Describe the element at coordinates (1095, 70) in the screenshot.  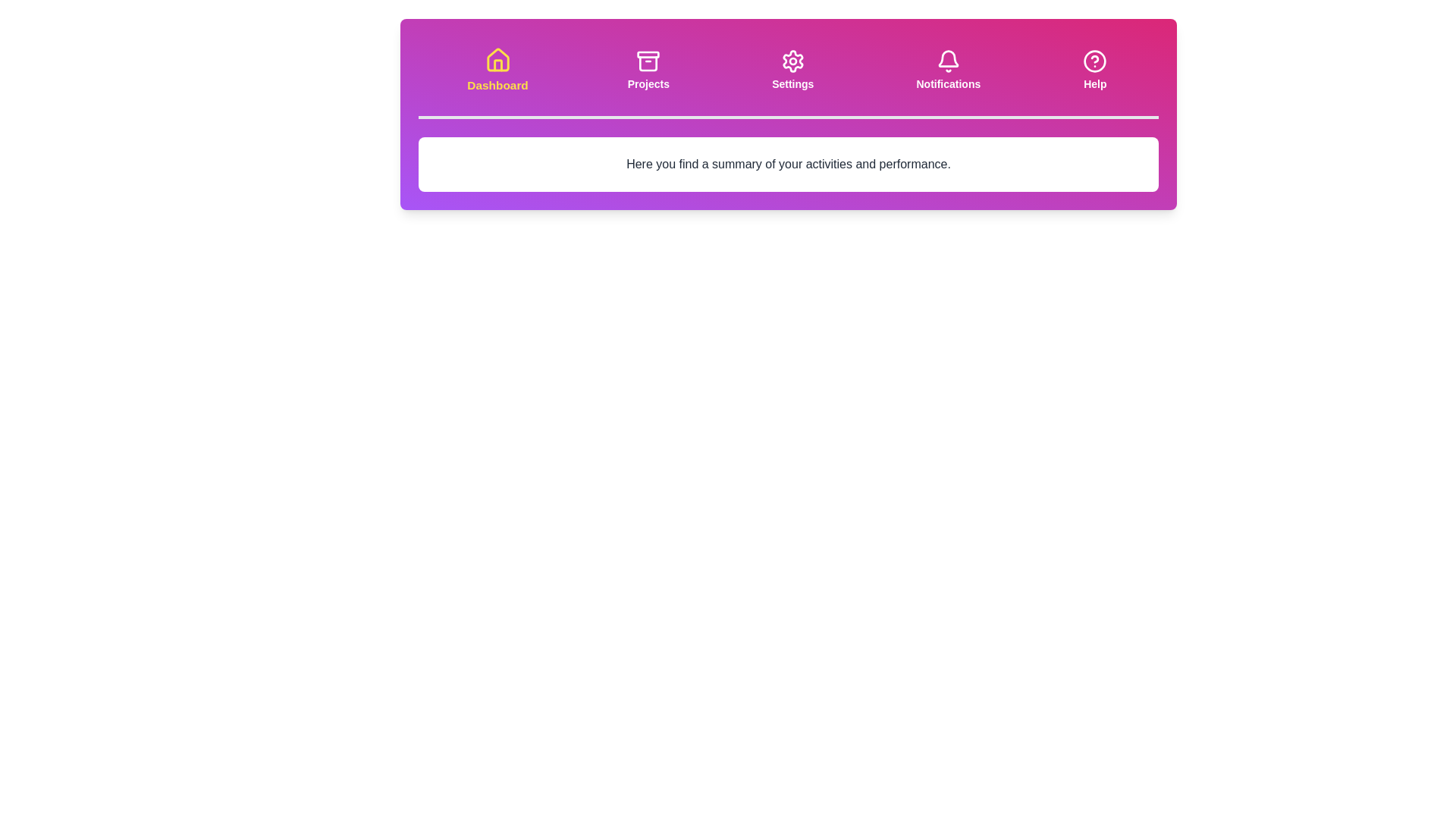
I see `the tab titled 'Help' to observe its icon and title` at that location.